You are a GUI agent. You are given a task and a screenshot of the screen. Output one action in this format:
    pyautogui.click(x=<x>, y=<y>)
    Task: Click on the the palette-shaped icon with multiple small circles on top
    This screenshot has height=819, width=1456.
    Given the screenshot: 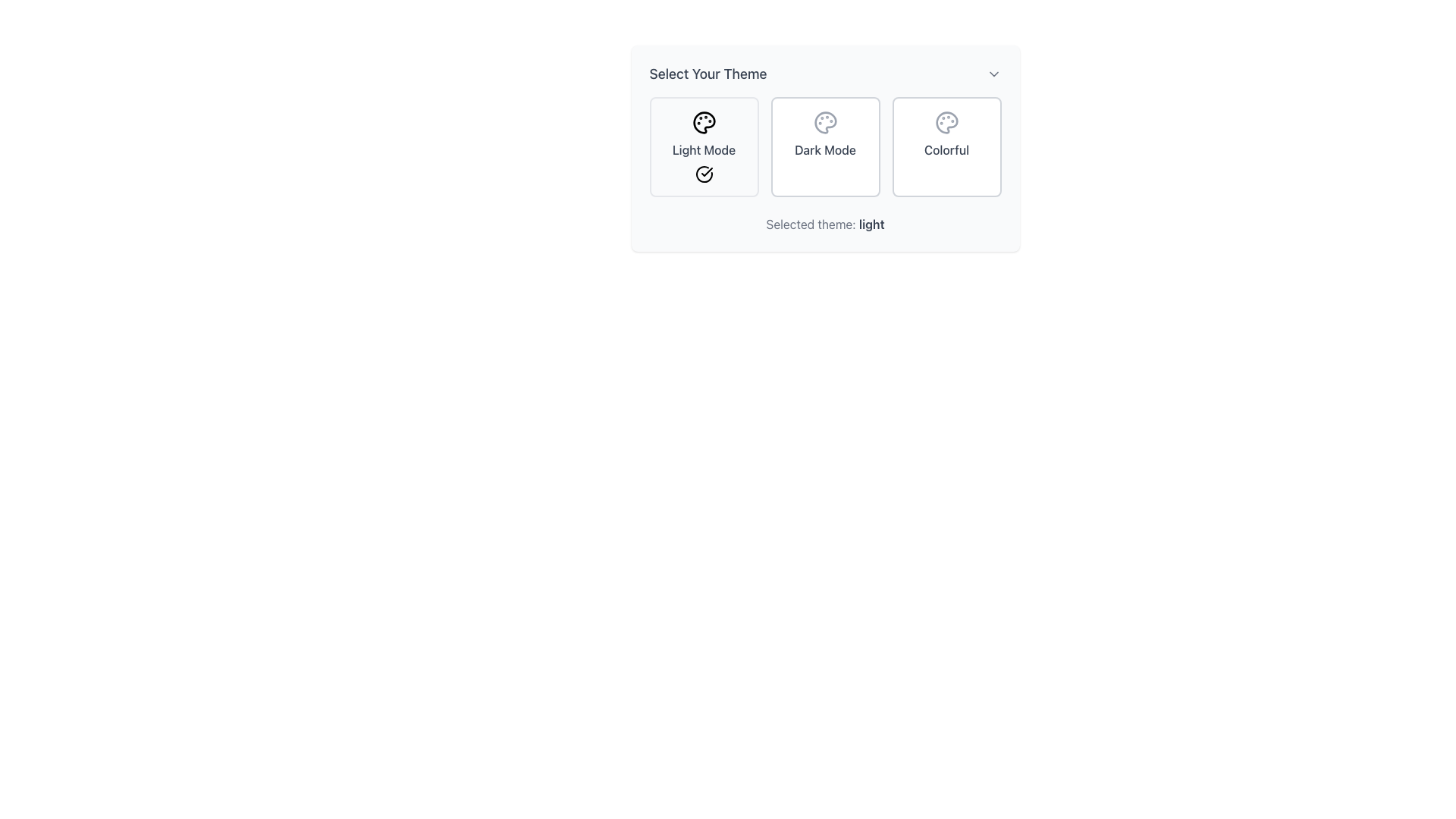 What is the action you would take?
    pyautogui.click(x=946, y=122)
    